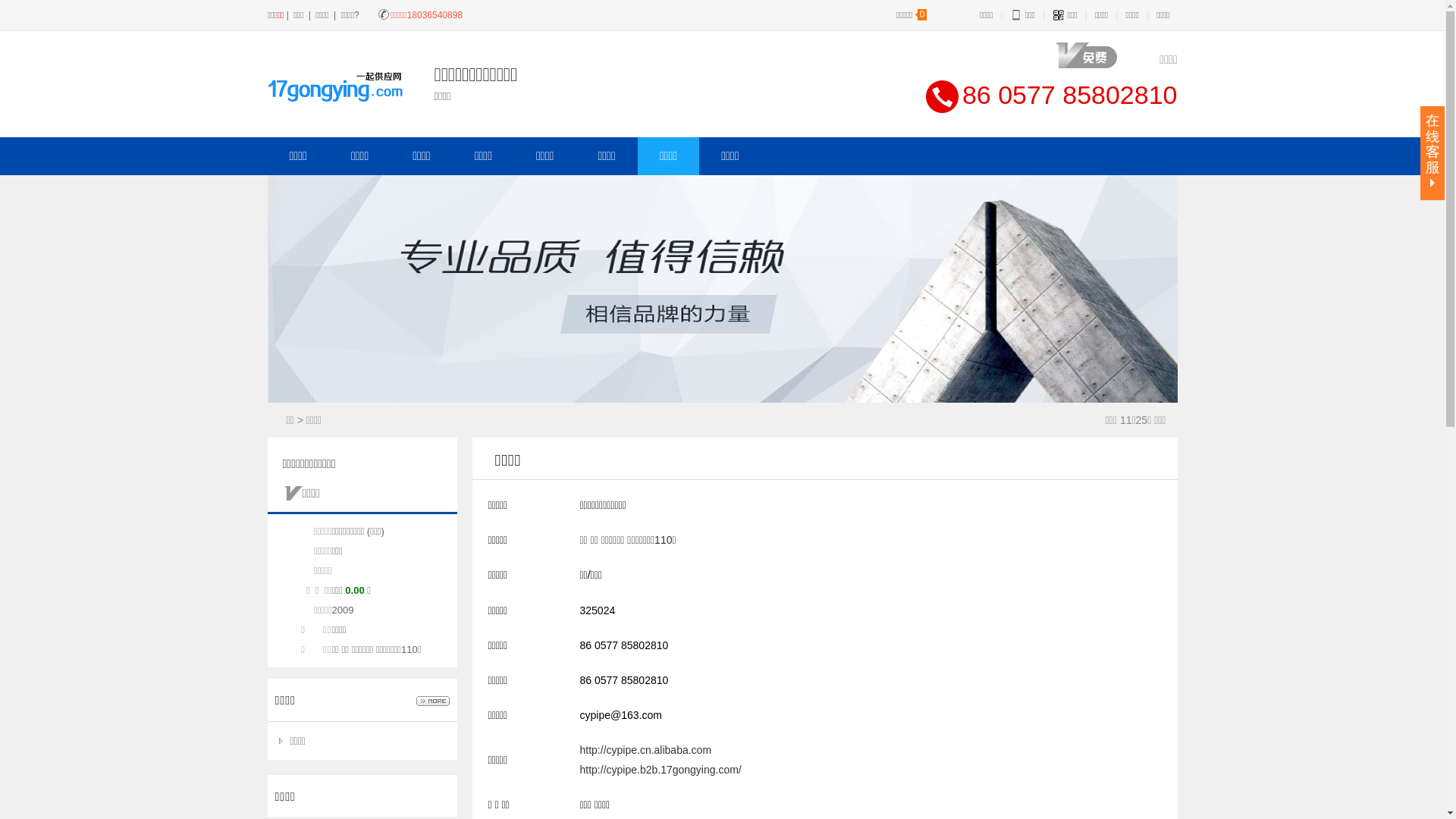 This screenshot has height=819, width=1456. Describe the element at coordinates (660, 769) in the screenshot. I see `'http://cypipe.b2b.17gongying.com/'` at that location.